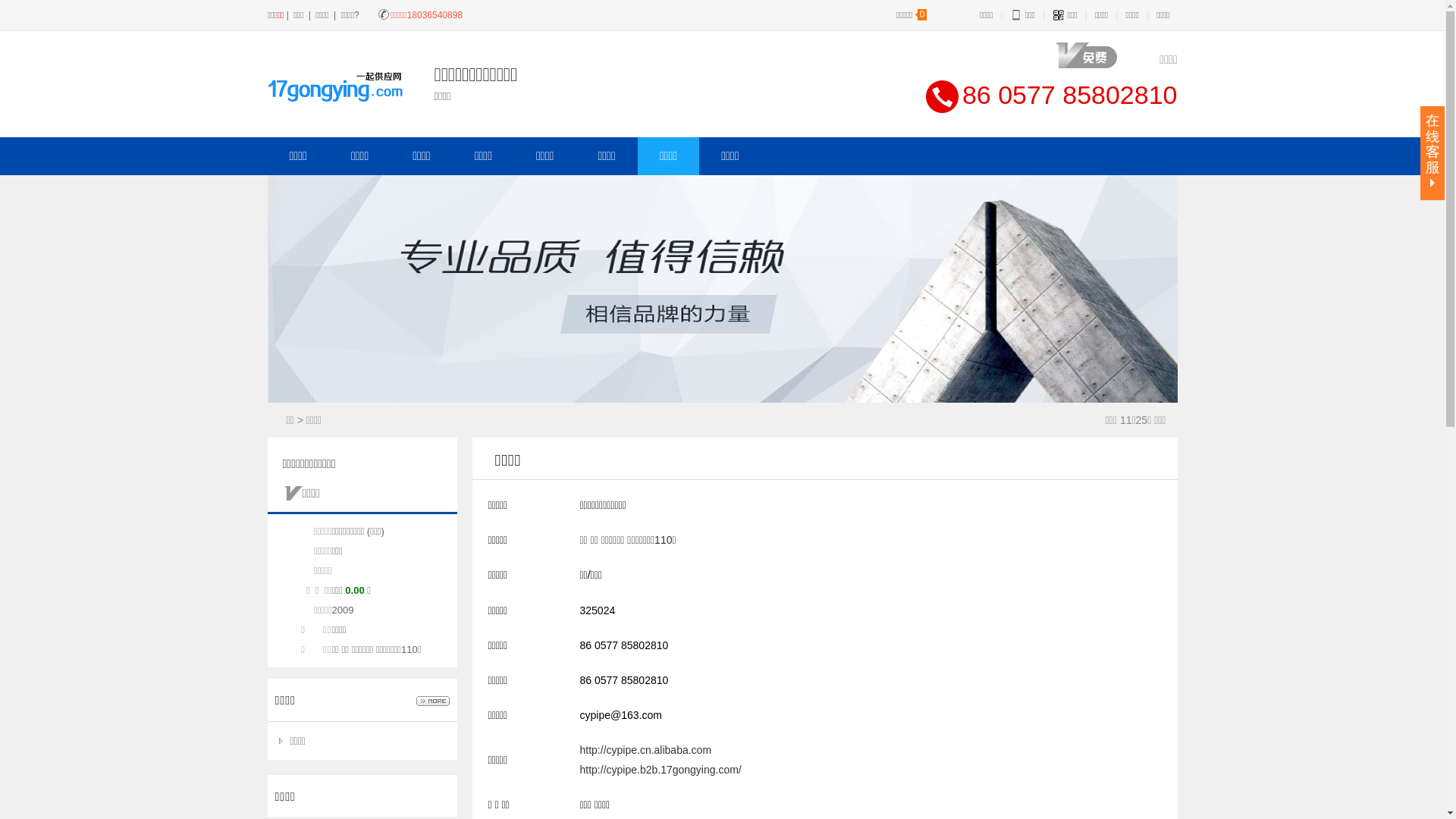 This screenshot has height=819, width=1456. Describe the element at coordinates (660, 769) in the screenshot. I see `'http://cypipe.b2b.17gongying.com/'` at that location.